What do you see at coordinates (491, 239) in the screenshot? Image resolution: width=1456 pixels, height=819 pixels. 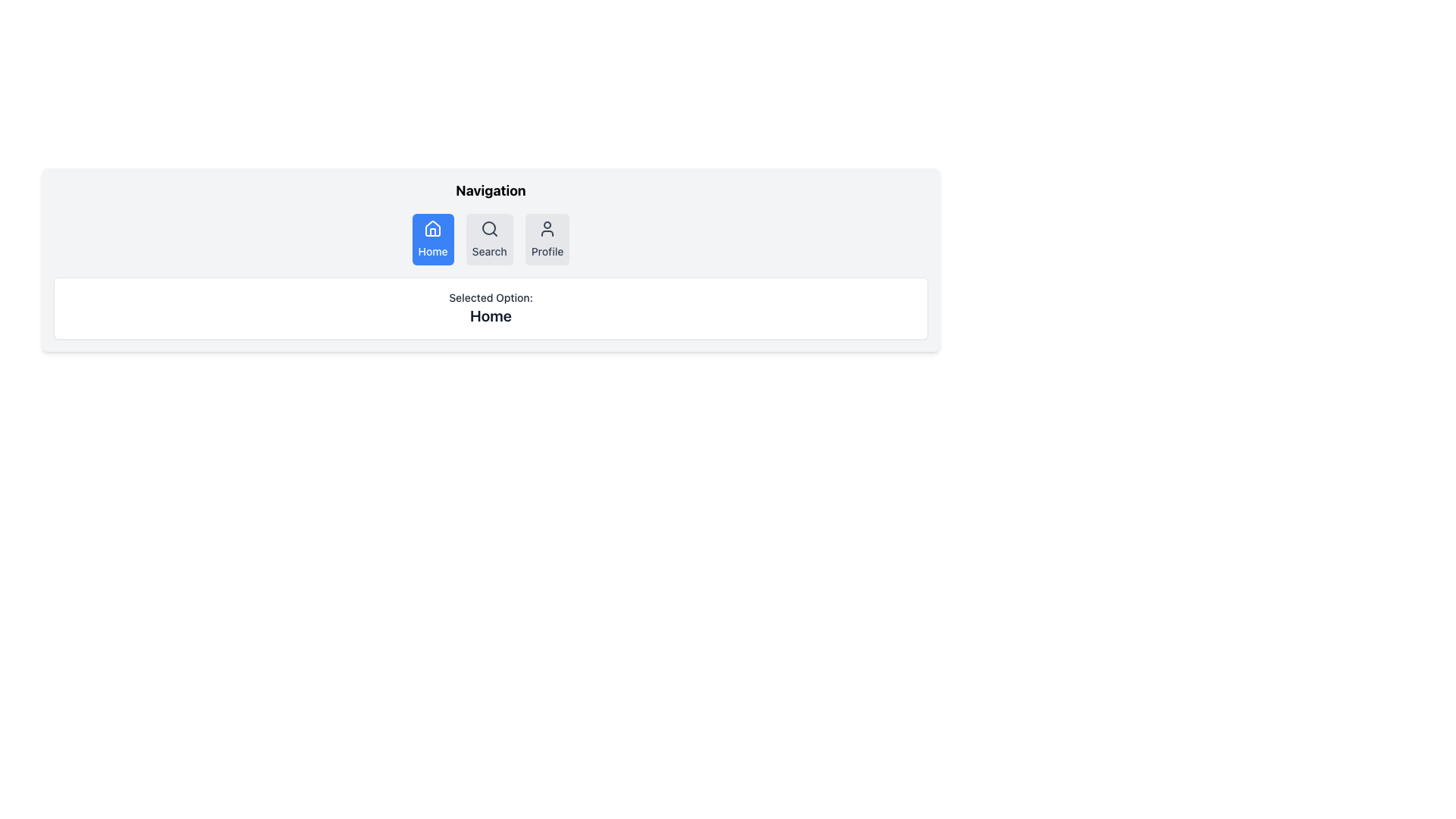 I see `the 'Search' button in the horizontal navigation menu` at bounding box center [491, 239].